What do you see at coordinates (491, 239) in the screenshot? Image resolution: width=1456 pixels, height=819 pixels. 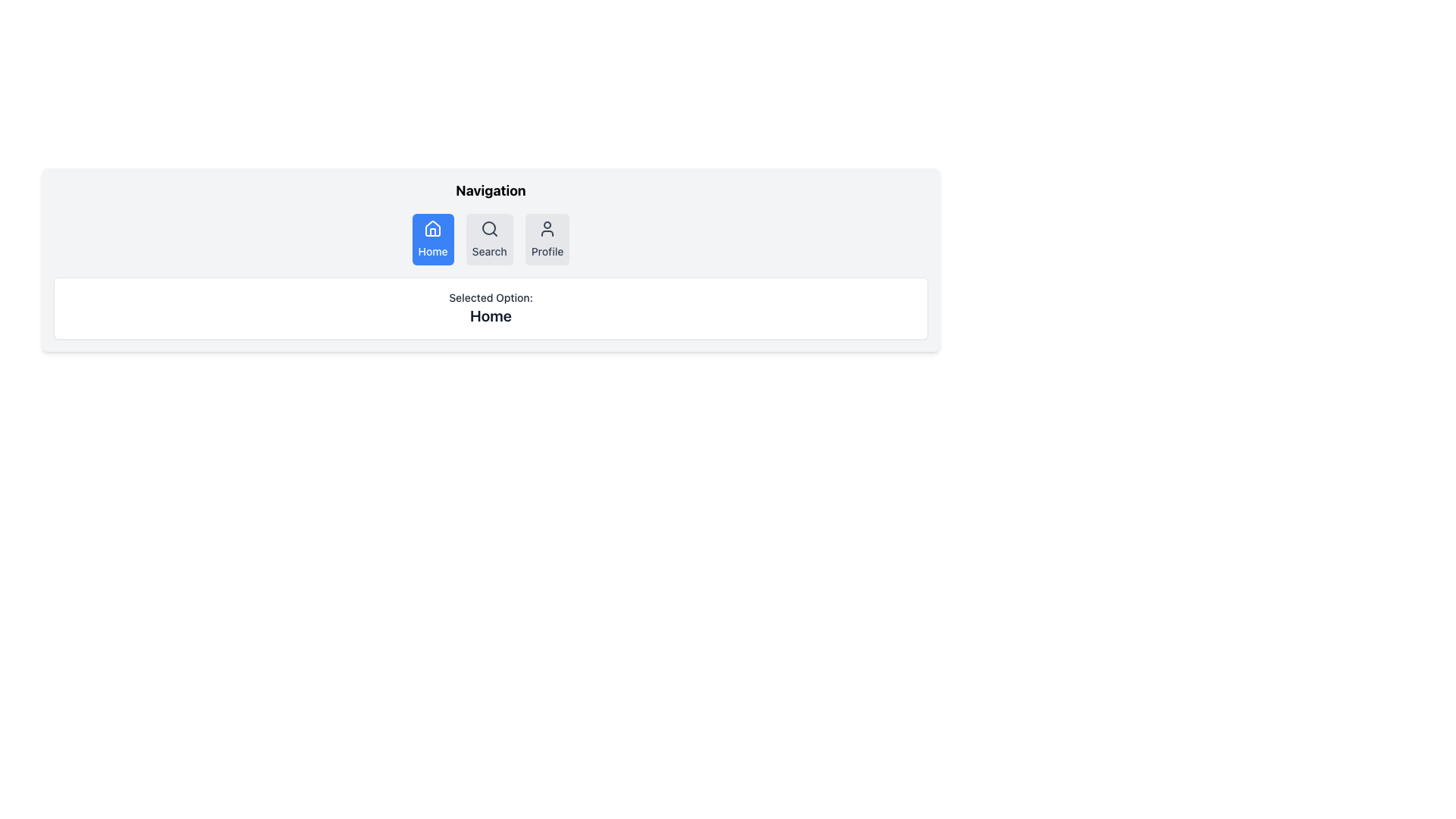 I see `the 'Search' button in the horizontal navigation menu` at bounding box center [491, 239].